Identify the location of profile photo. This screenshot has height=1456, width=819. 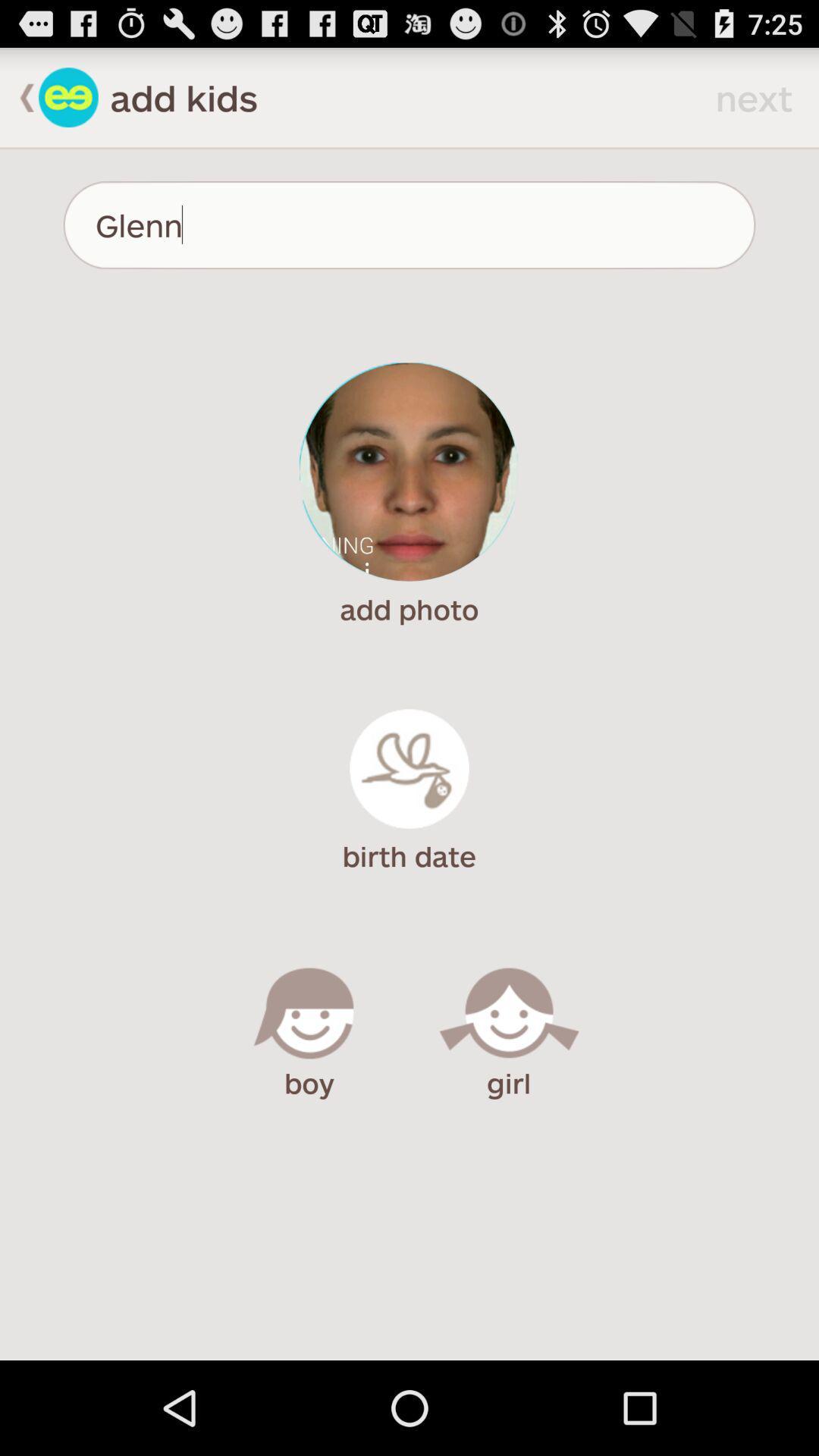
(408, 471).